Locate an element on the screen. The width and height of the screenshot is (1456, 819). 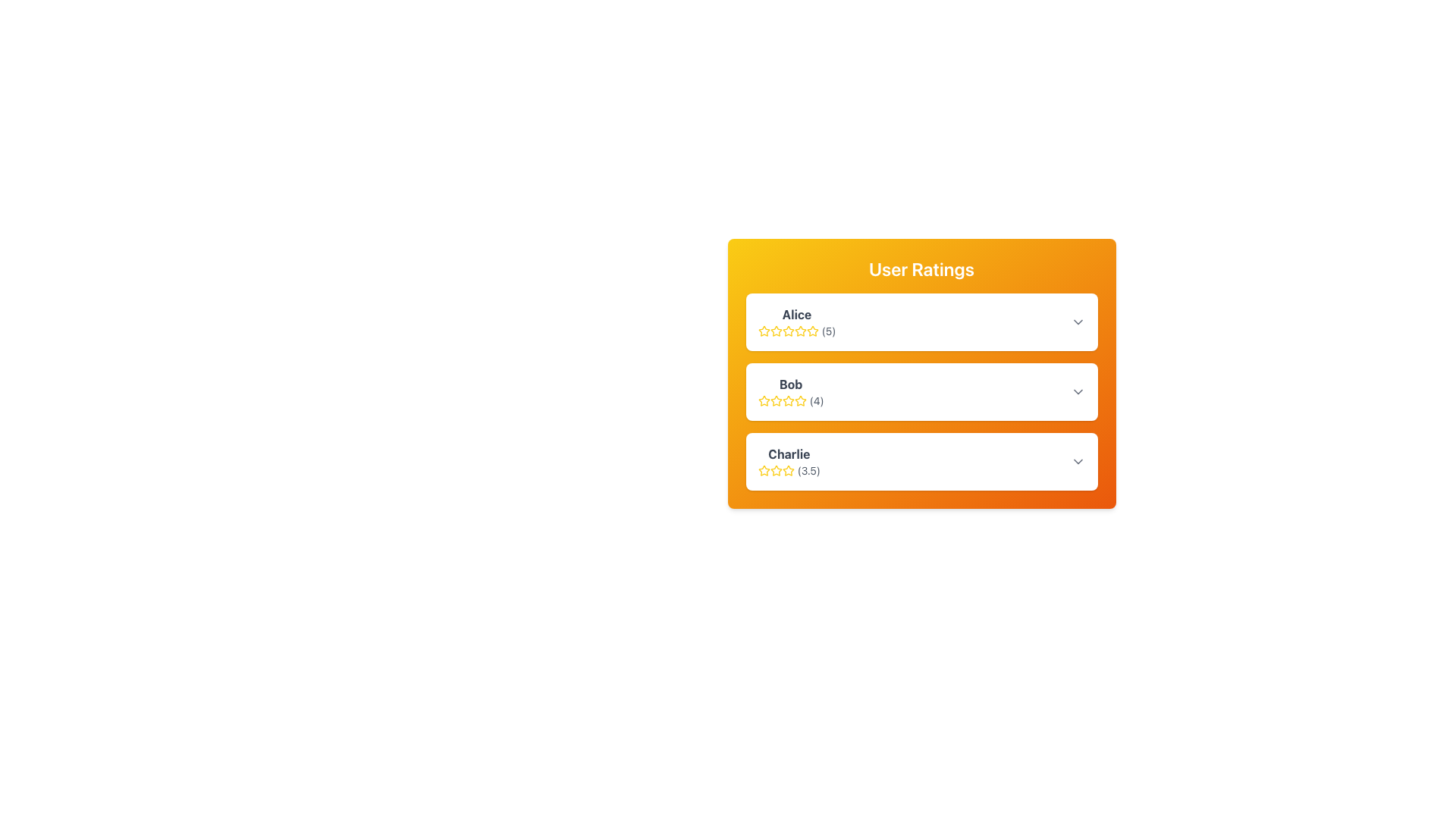
the first rating star icon is located at coordinates (776, 330).